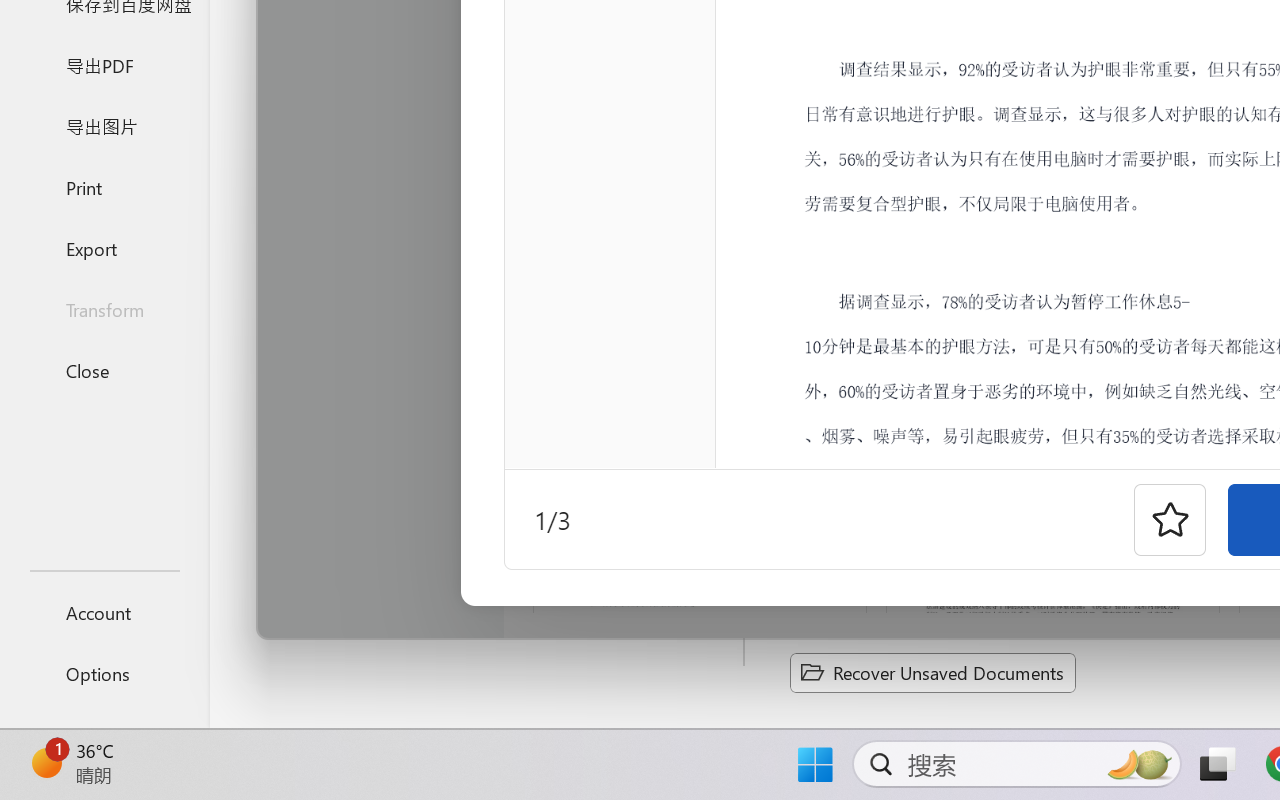 The image size is (1280, 800). What do you see at coordinates (103, 308) in the screenshot?
I see `'Transform'` at bounding box center [103, 308].